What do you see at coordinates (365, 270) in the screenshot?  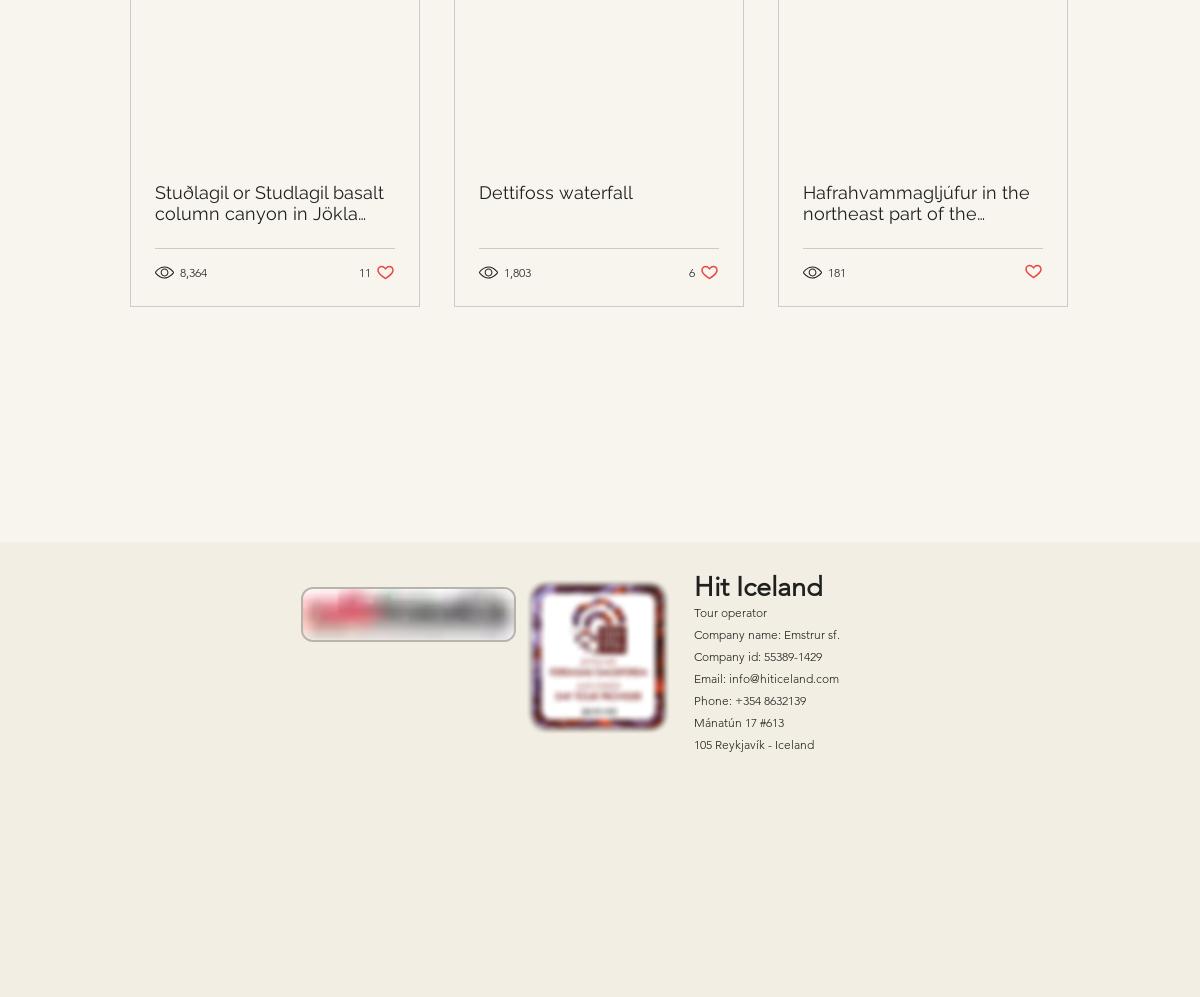 I see `'11'` at bounding box center [365, 270].